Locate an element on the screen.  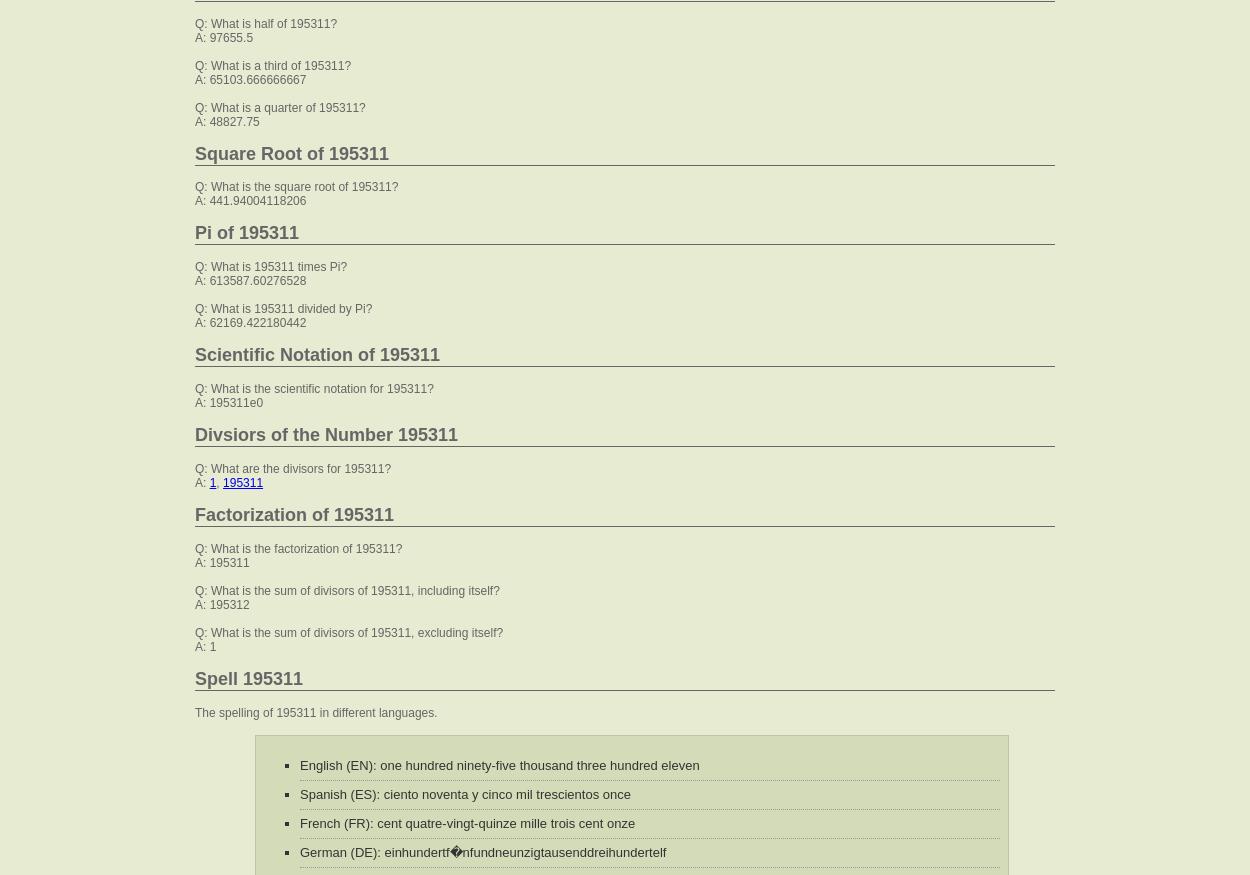
',' is located at coordinates (218, 483).